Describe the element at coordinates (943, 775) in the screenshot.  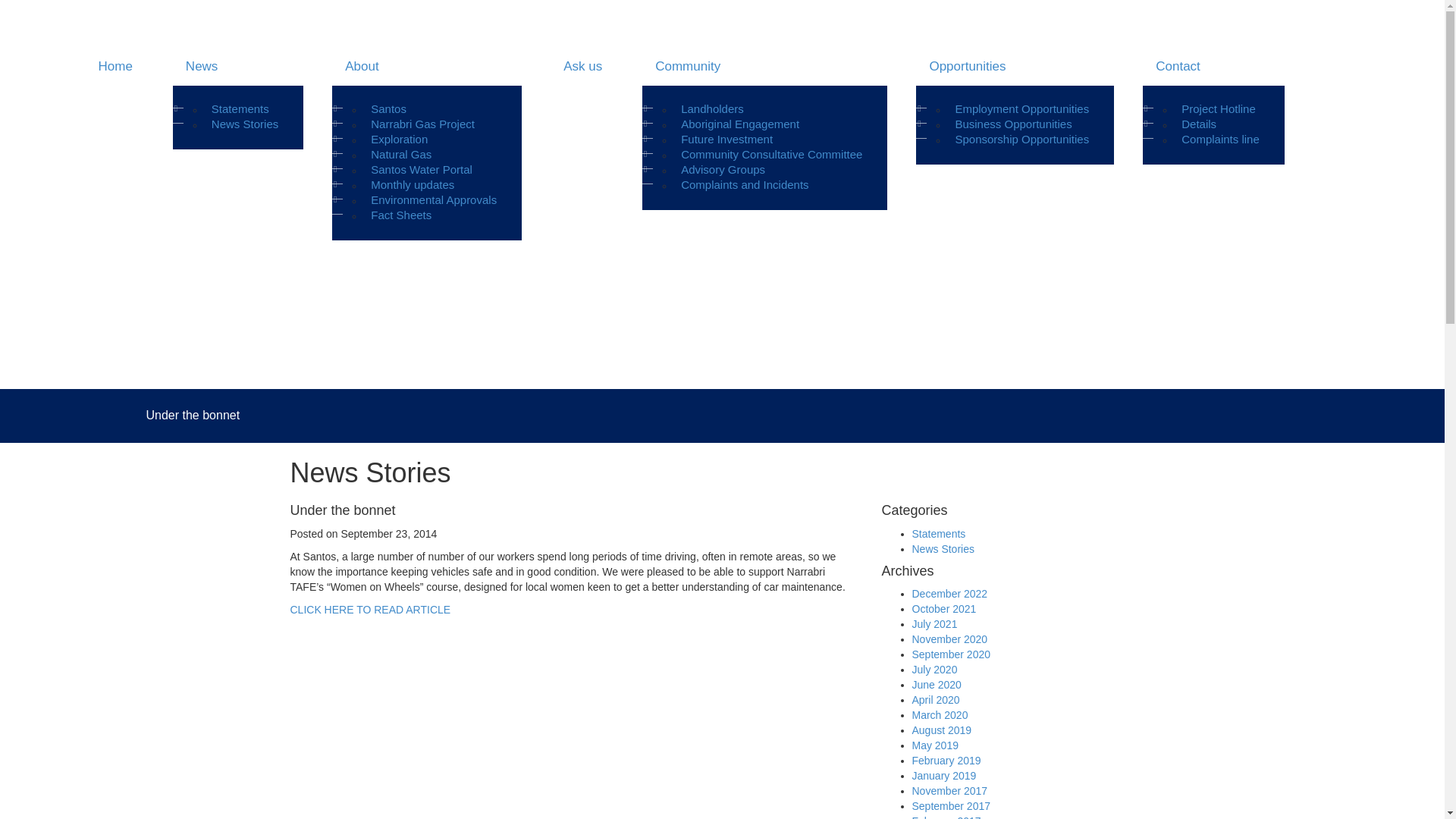
I see `'January 2019'` at that location.